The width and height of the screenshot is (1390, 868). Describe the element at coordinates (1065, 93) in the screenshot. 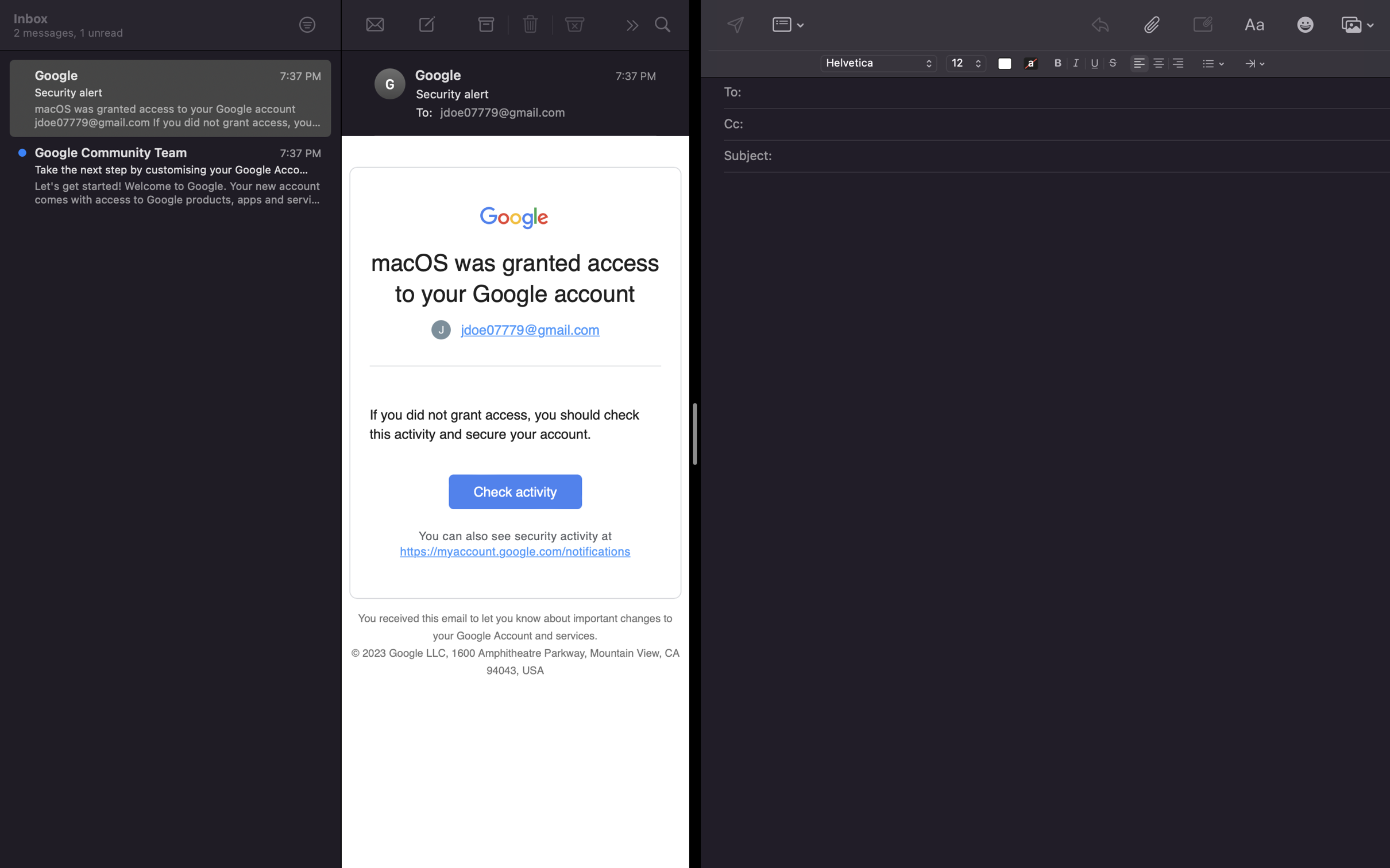

I see `Add recipient of mail as "beck@gmail.com` at that location.